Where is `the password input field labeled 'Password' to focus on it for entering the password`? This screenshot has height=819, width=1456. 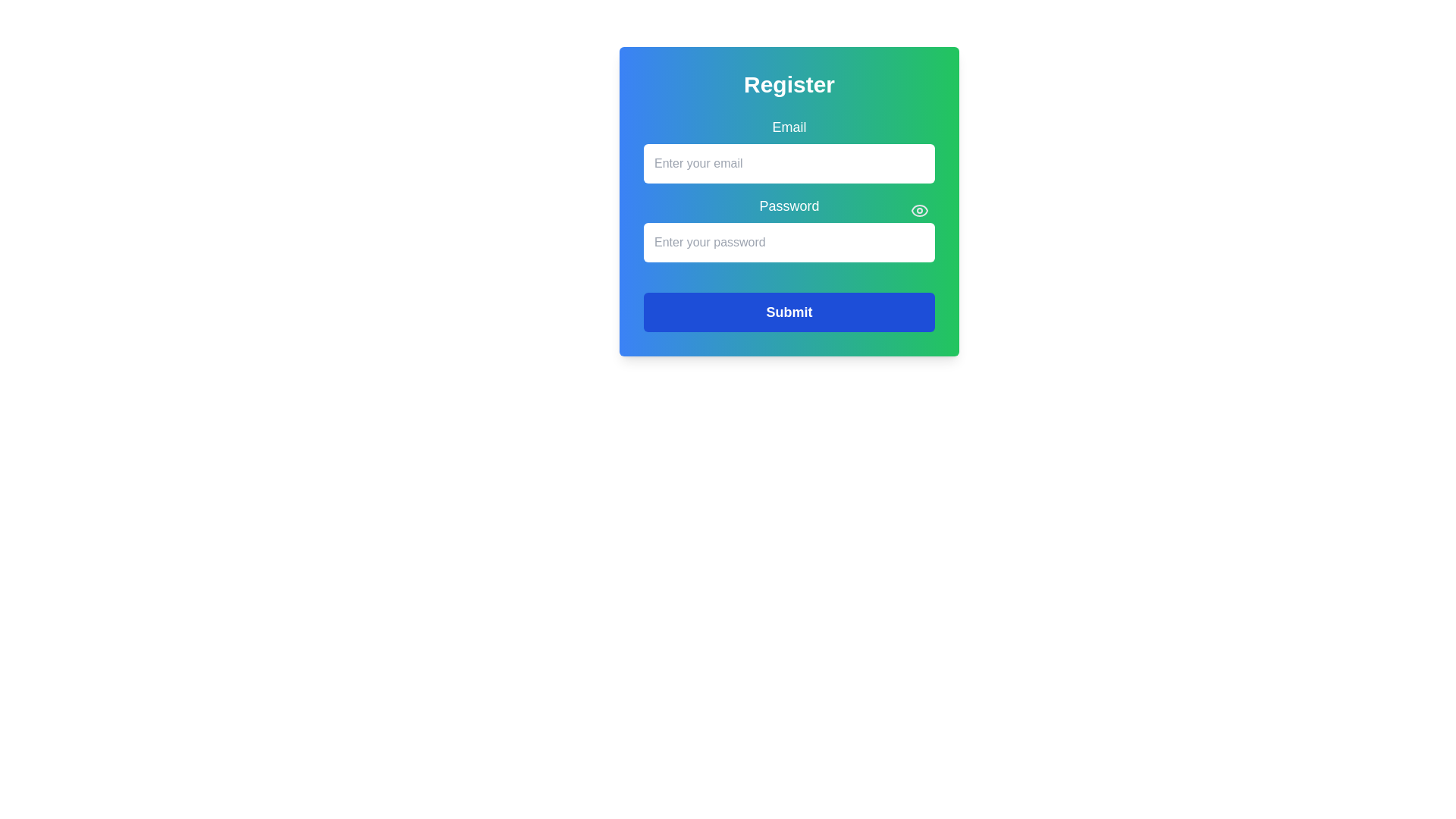
the password input field labeled 'Password' to focus on it for entering the password is located at coordinates (789, 228).